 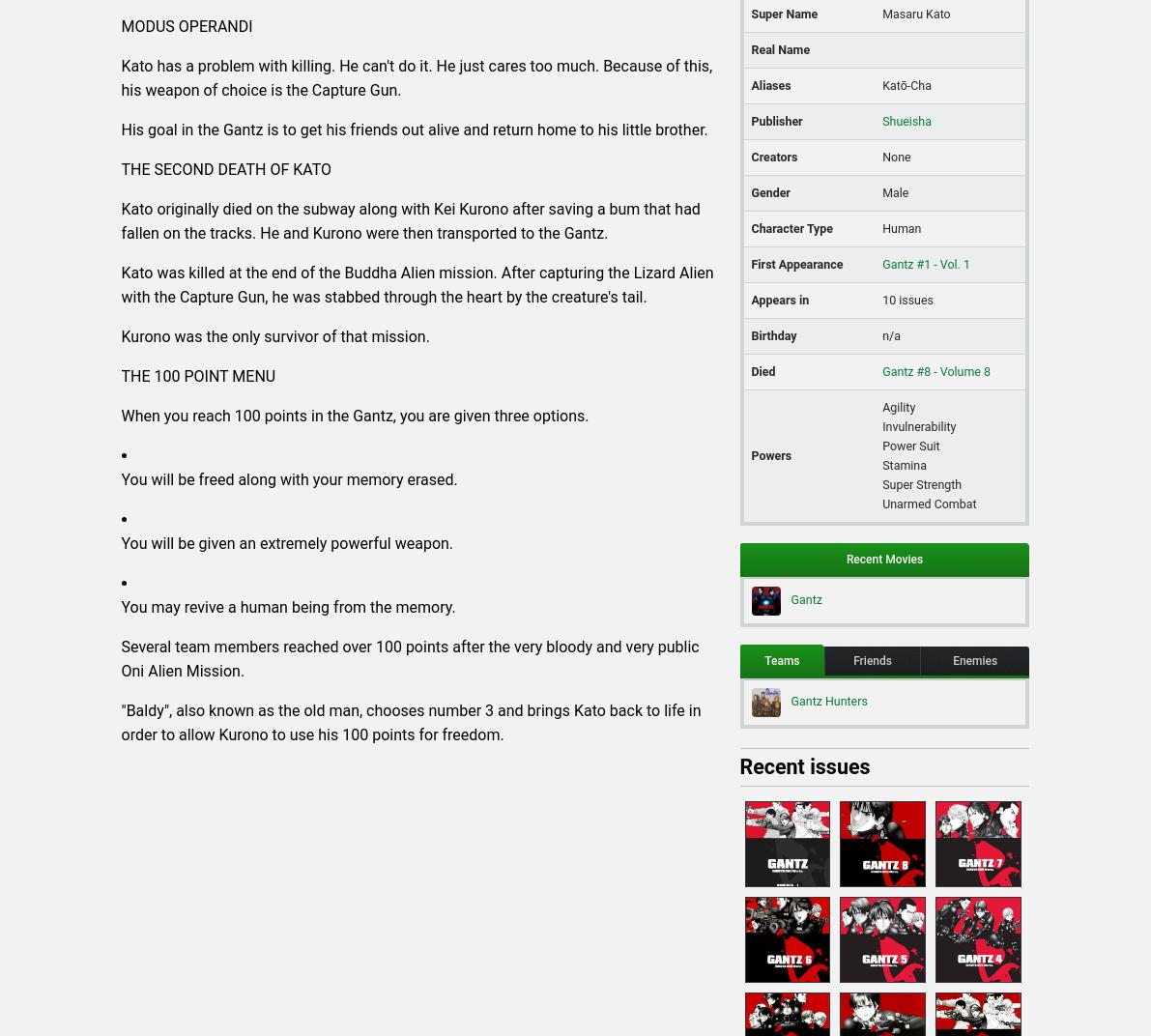 What do you see at coordinates (287, 541) in the screenshot?
I see `'You will be given an extremely powerful weapon.'` at bounding box center [287, 541].